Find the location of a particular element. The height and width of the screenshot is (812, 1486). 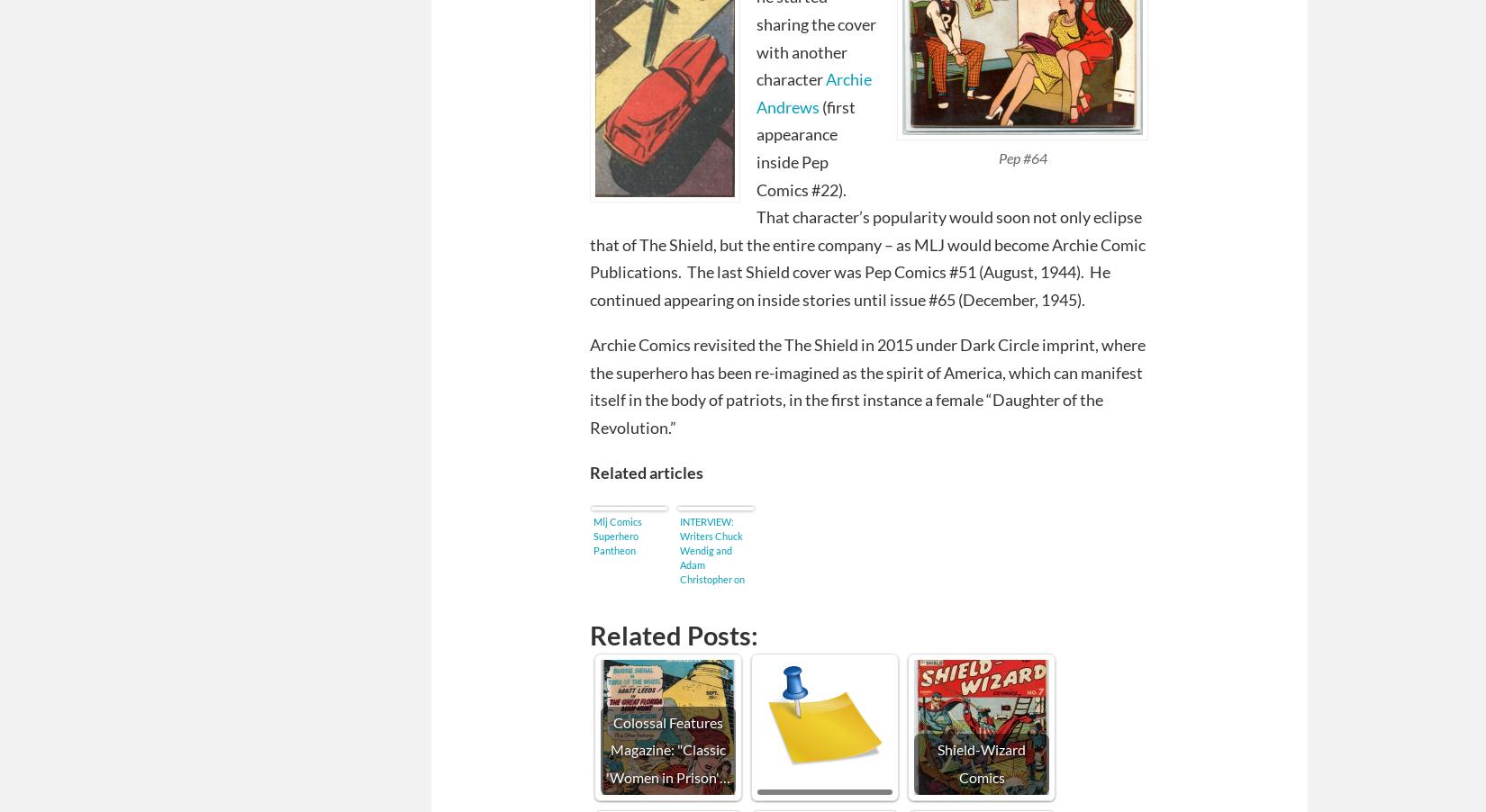

'Pep #64' is located at coordinates (1022, 156).